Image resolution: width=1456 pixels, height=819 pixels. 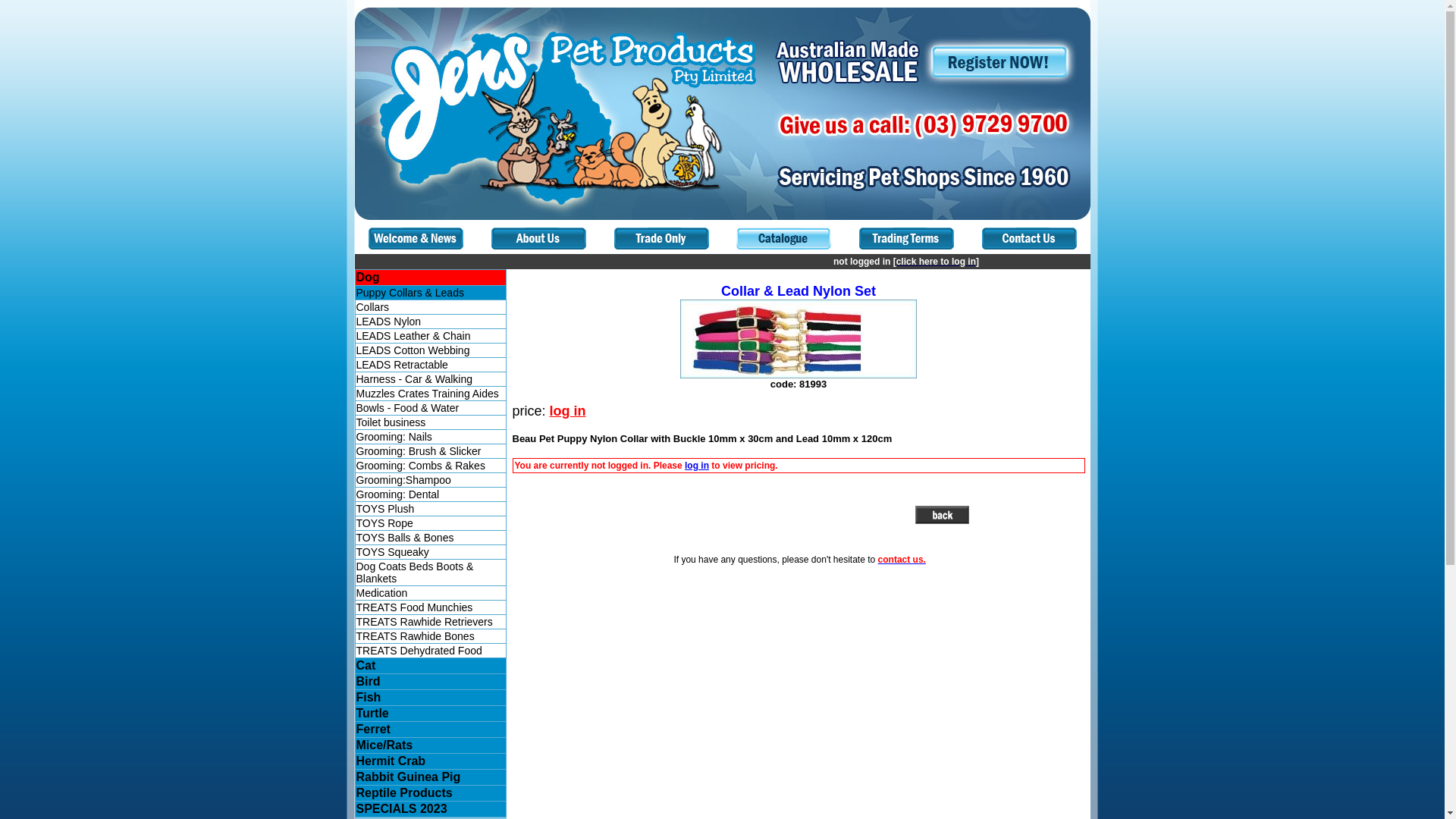 What do you see at coordinates (353, 292) in the screenshot?
I see `'Puppy Collars & Leads'` at bounding box center [353, 292].